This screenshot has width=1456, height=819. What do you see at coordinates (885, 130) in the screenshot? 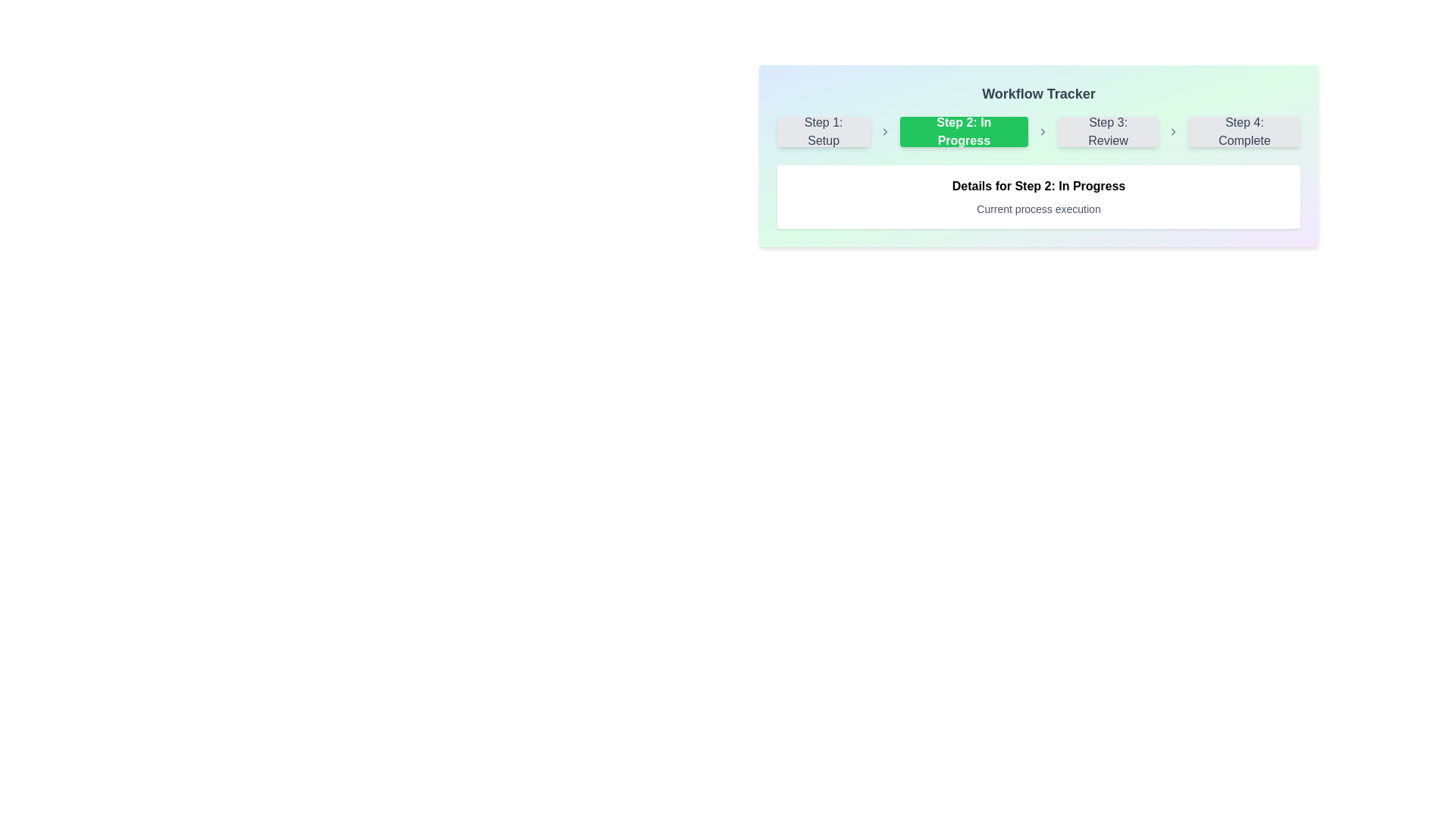
I see `the first rightward-pointing arrow in the navigation sequence, which indicates progression from 'Step 1: Setup' to 'Step 2: In Progress'` at bounding box center [885, 130].